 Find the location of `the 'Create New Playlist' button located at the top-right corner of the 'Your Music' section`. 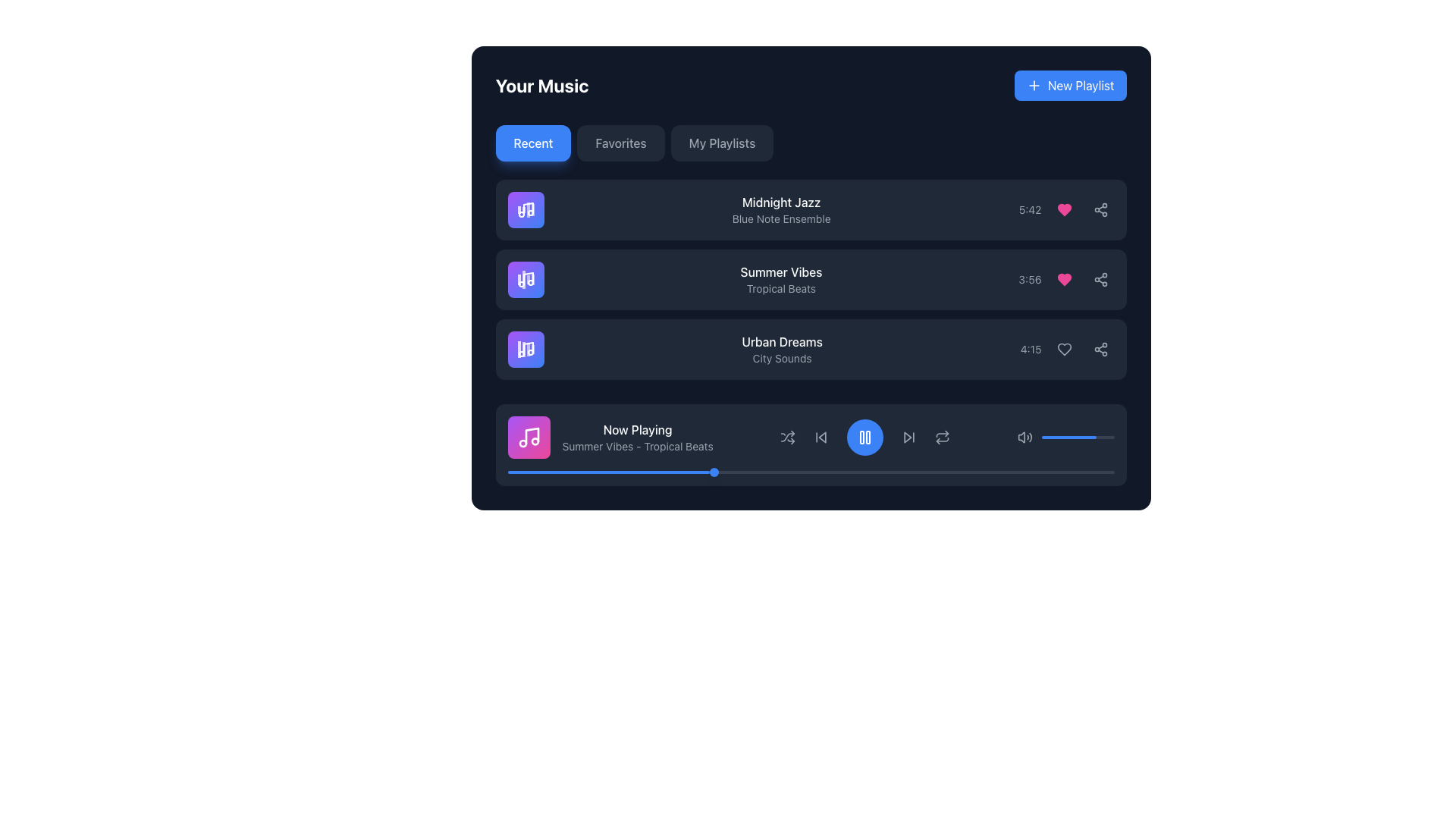

the 'Create New Playlist' button located at the top-right corner of the 'Your Music' section is located at coordinates (1069, 85).